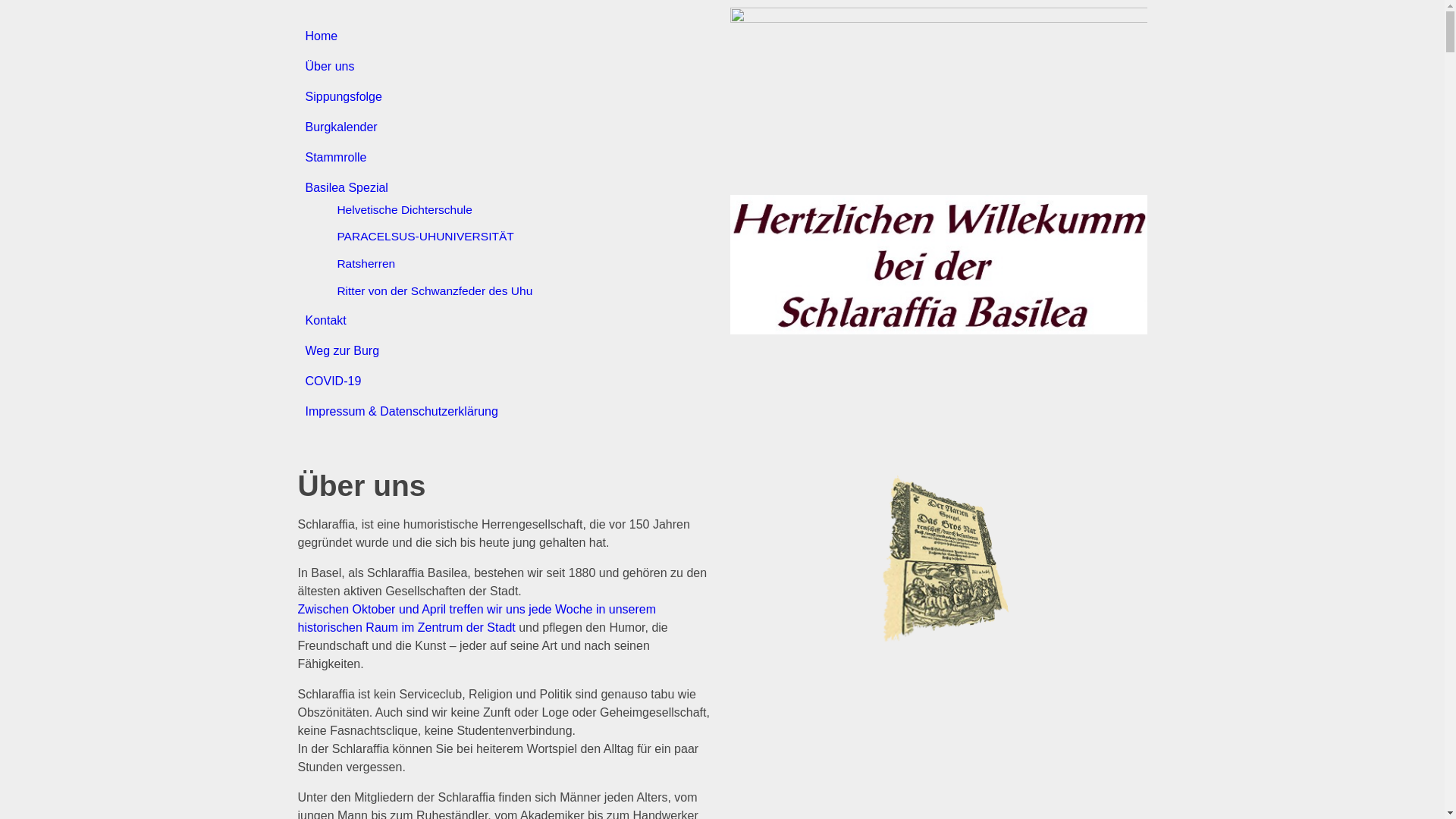 The width and height of the screenshot is (1456, 819). Describe the element at coordinates (331, 380) in the screenshot. I see `'COVID-19'` at that location.